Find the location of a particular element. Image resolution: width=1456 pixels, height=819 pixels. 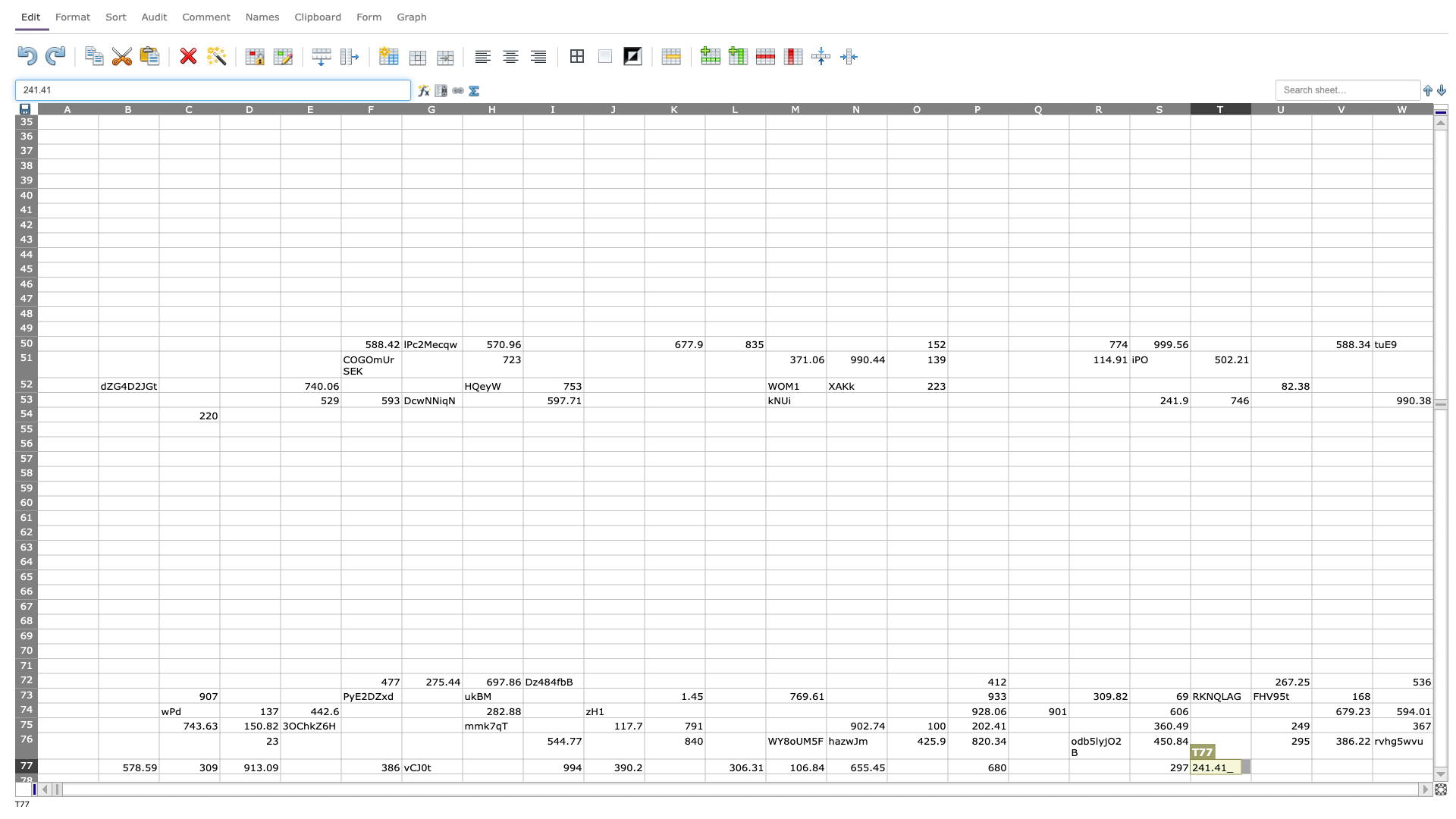

top left at column U row 77 is located at coordinates (1251, 759).